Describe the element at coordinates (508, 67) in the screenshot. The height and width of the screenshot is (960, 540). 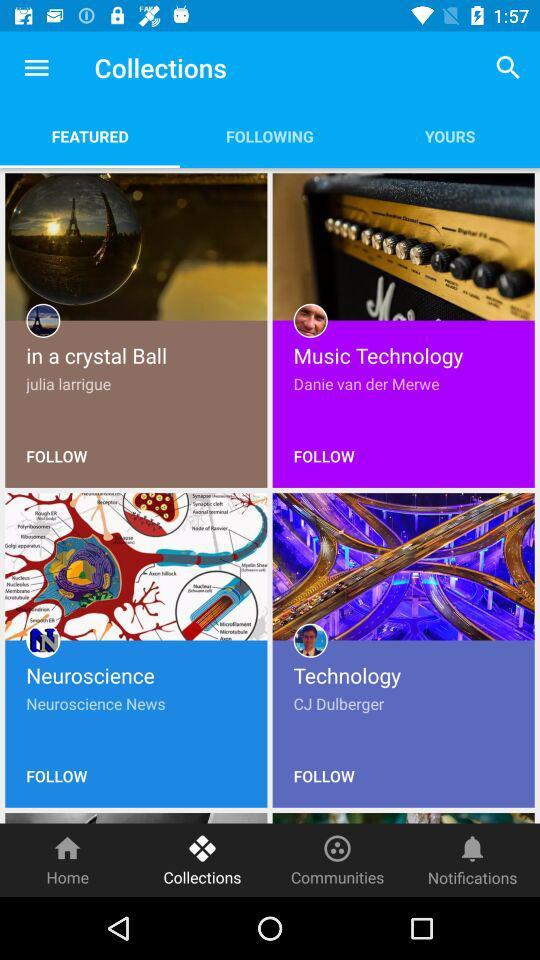
I see `the icon above yours app` at that location.